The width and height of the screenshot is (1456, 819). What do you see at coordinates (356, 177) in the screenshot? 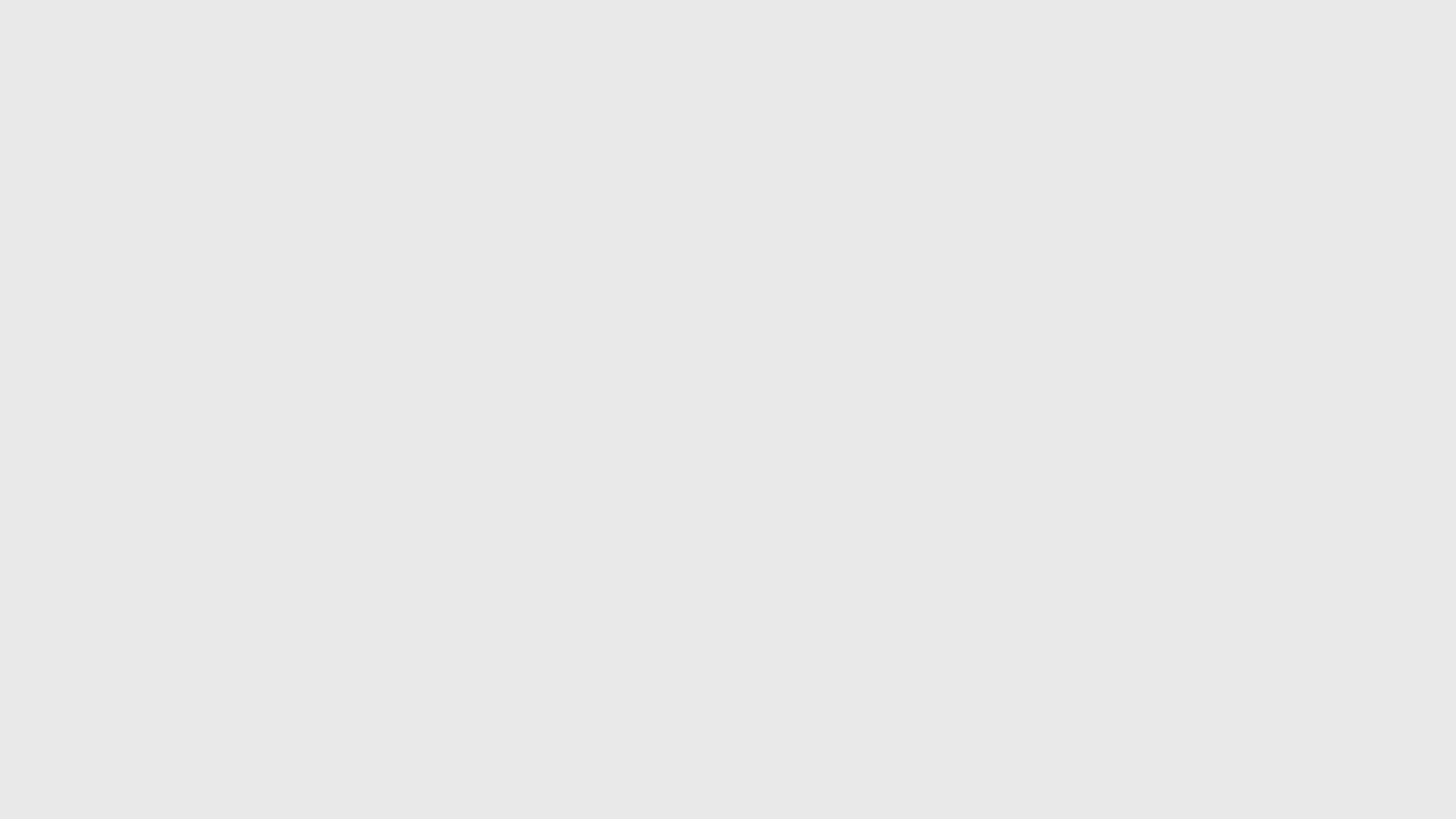
I see `Send to` at bounding box center [356, 177].